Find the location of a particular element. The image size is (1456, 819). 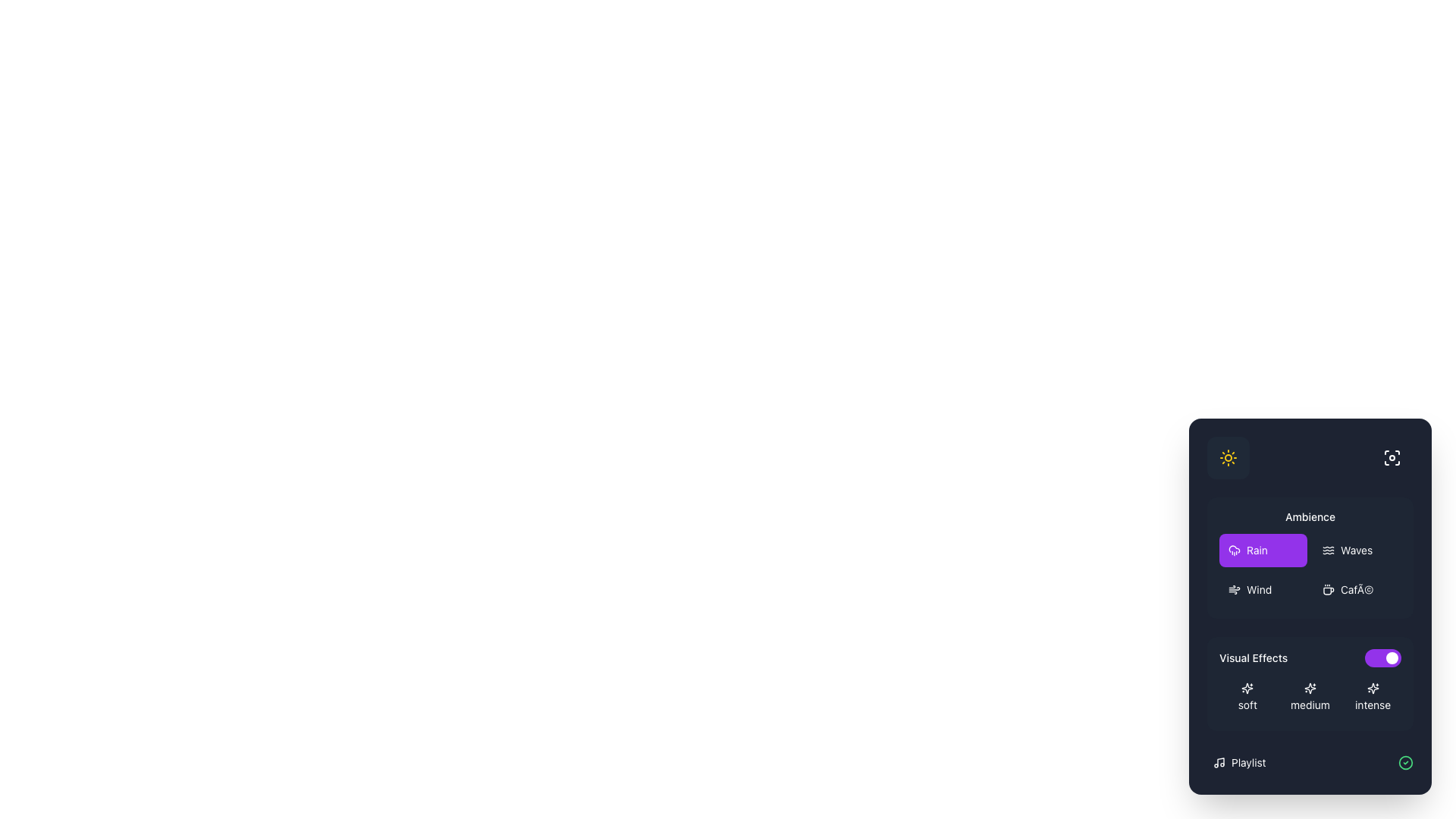

the 'intense' button, which is styled with a dark background and light-colored content is located at coordinates (1373, 698).